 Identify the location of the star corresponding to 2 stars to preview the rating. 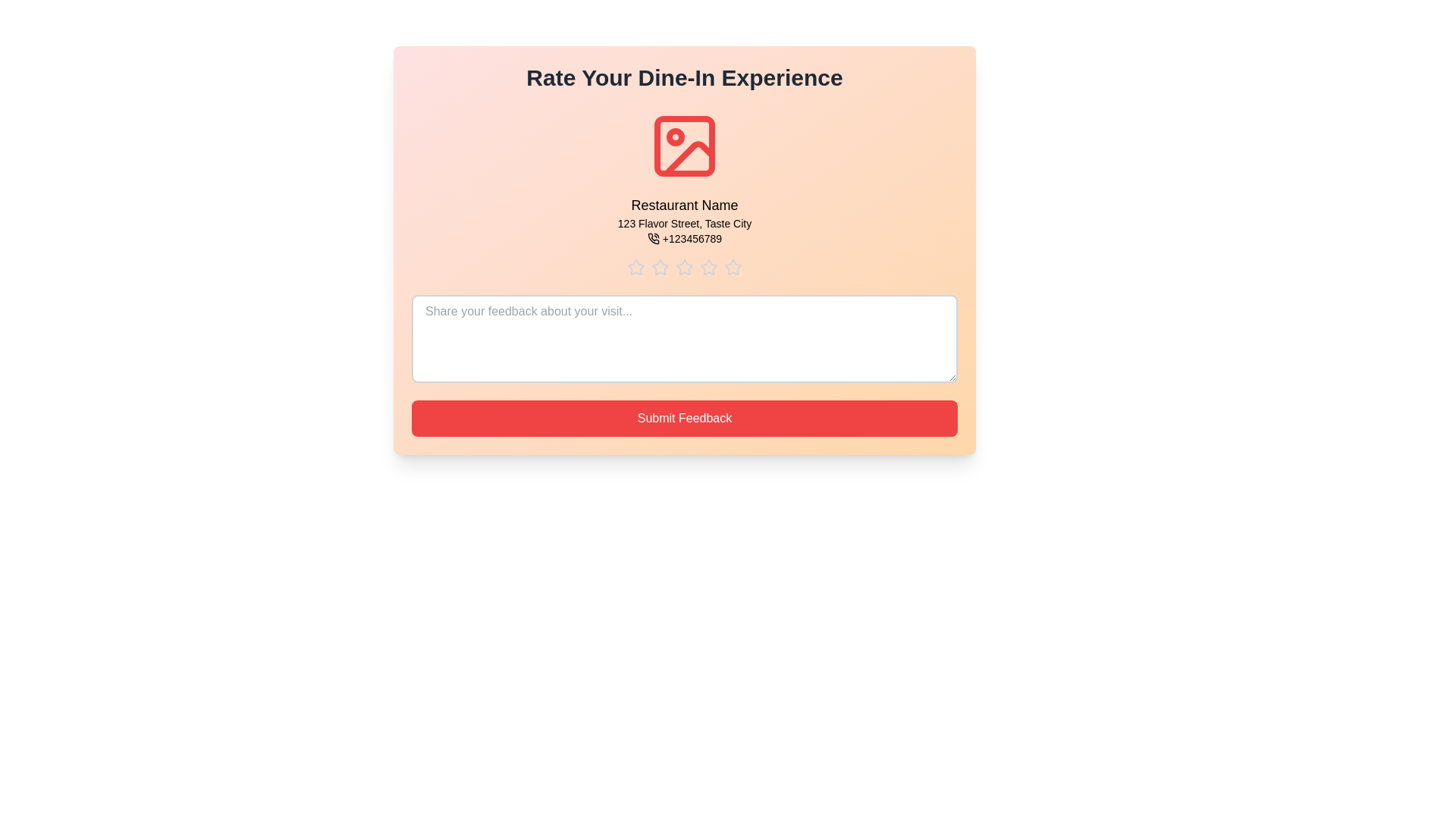
(660, 267).